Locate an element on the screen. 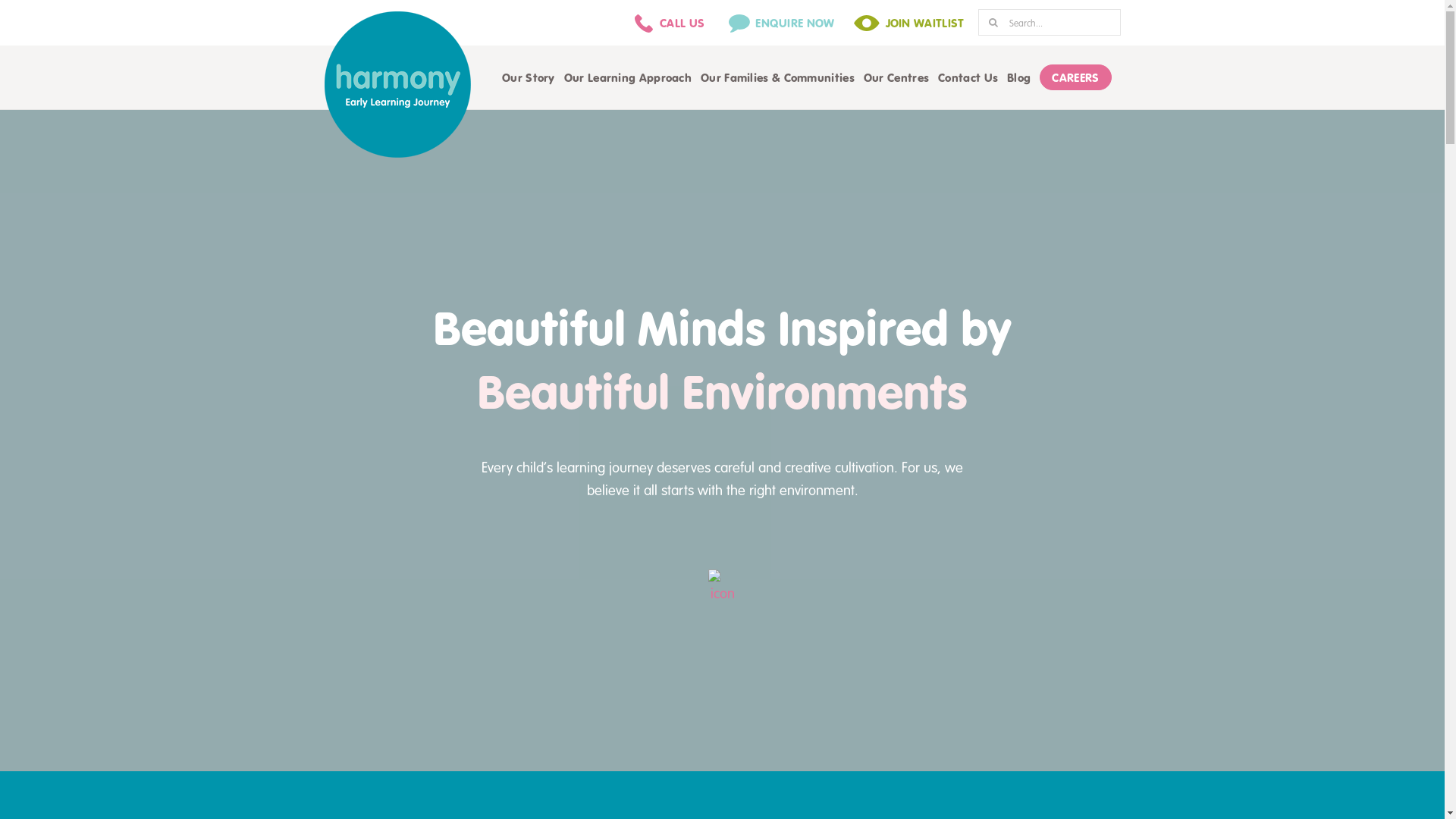  'Our Story' is located at coordinates (528, 77).